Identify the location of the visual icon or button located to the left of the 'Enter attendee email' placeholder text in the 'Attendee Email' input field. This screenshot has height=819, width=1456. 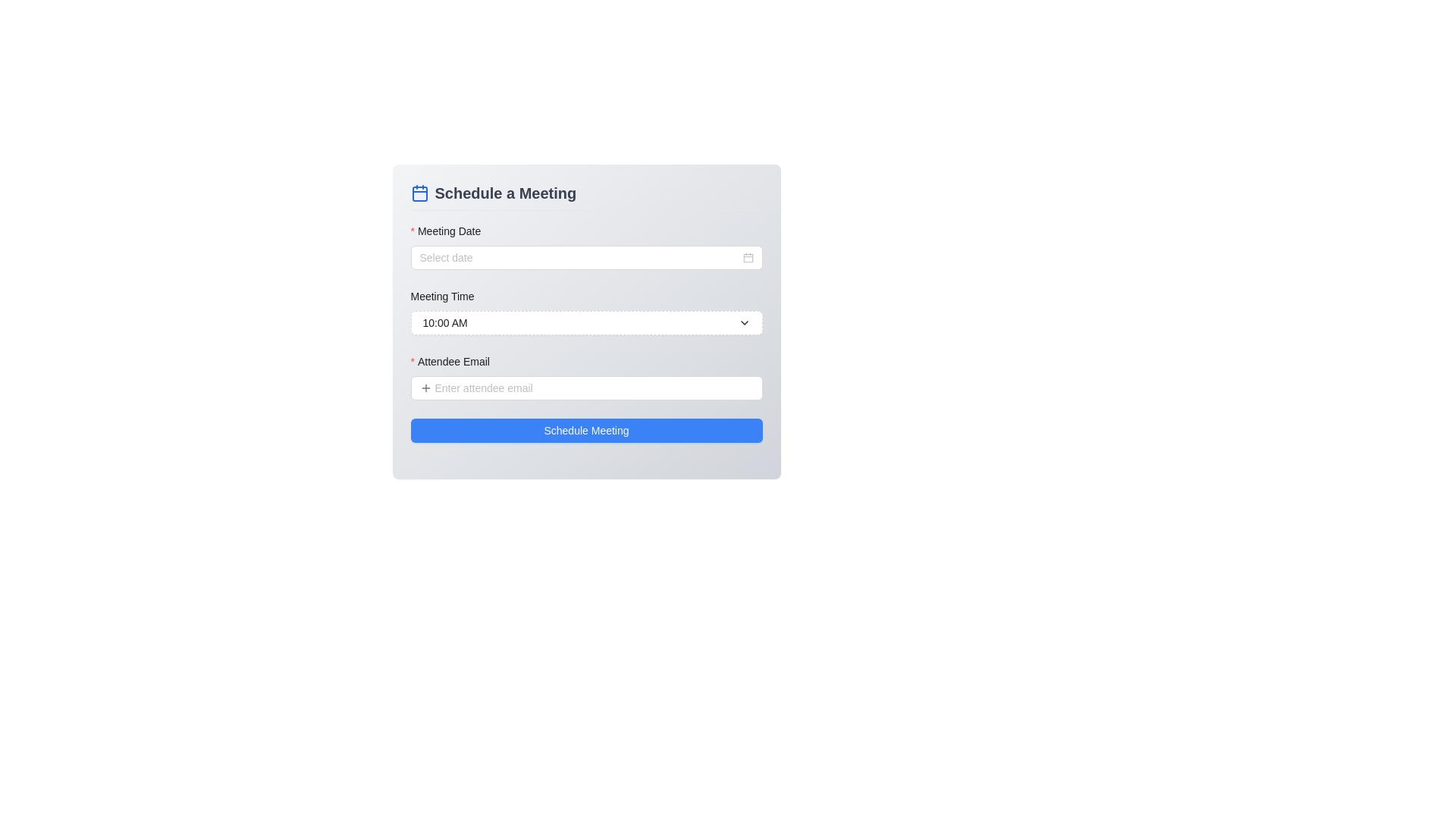
(425, 388).